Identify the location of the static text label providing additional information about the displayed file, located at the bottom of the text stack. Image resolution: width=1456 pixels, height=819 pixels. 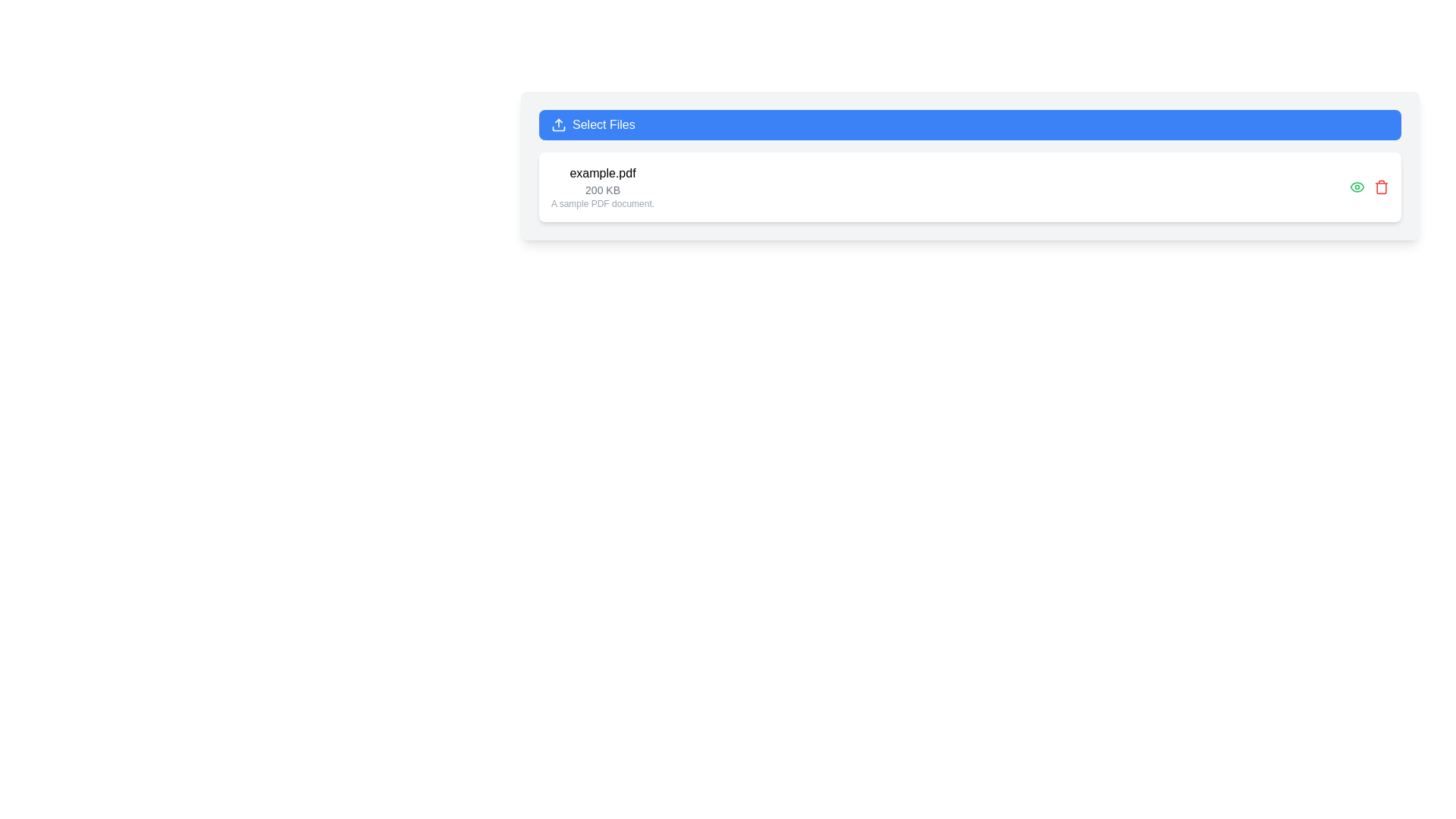
(602, 203).